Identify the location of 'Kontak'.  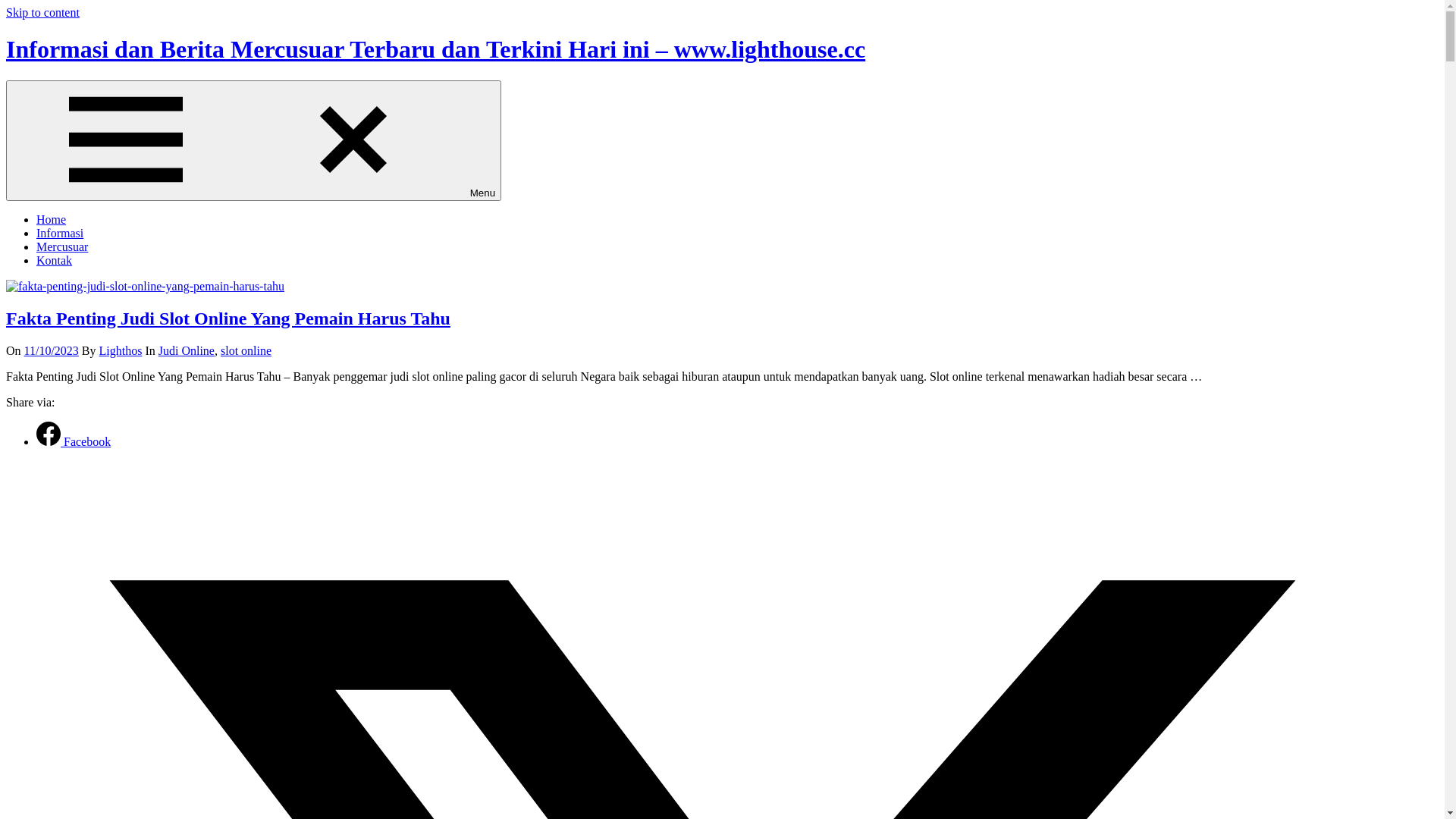
(54, 259).